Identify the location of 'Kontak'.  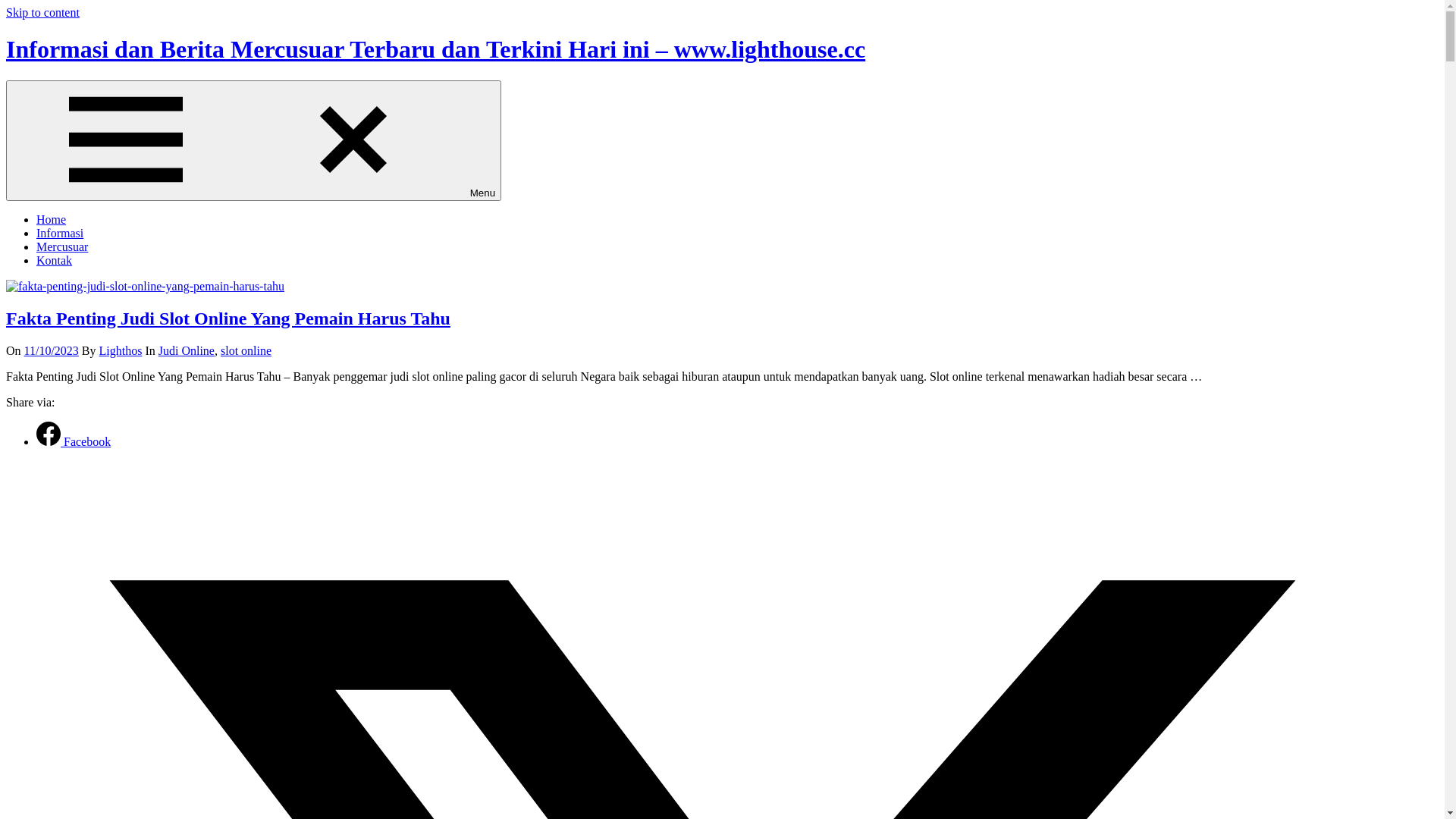
(54, 259).